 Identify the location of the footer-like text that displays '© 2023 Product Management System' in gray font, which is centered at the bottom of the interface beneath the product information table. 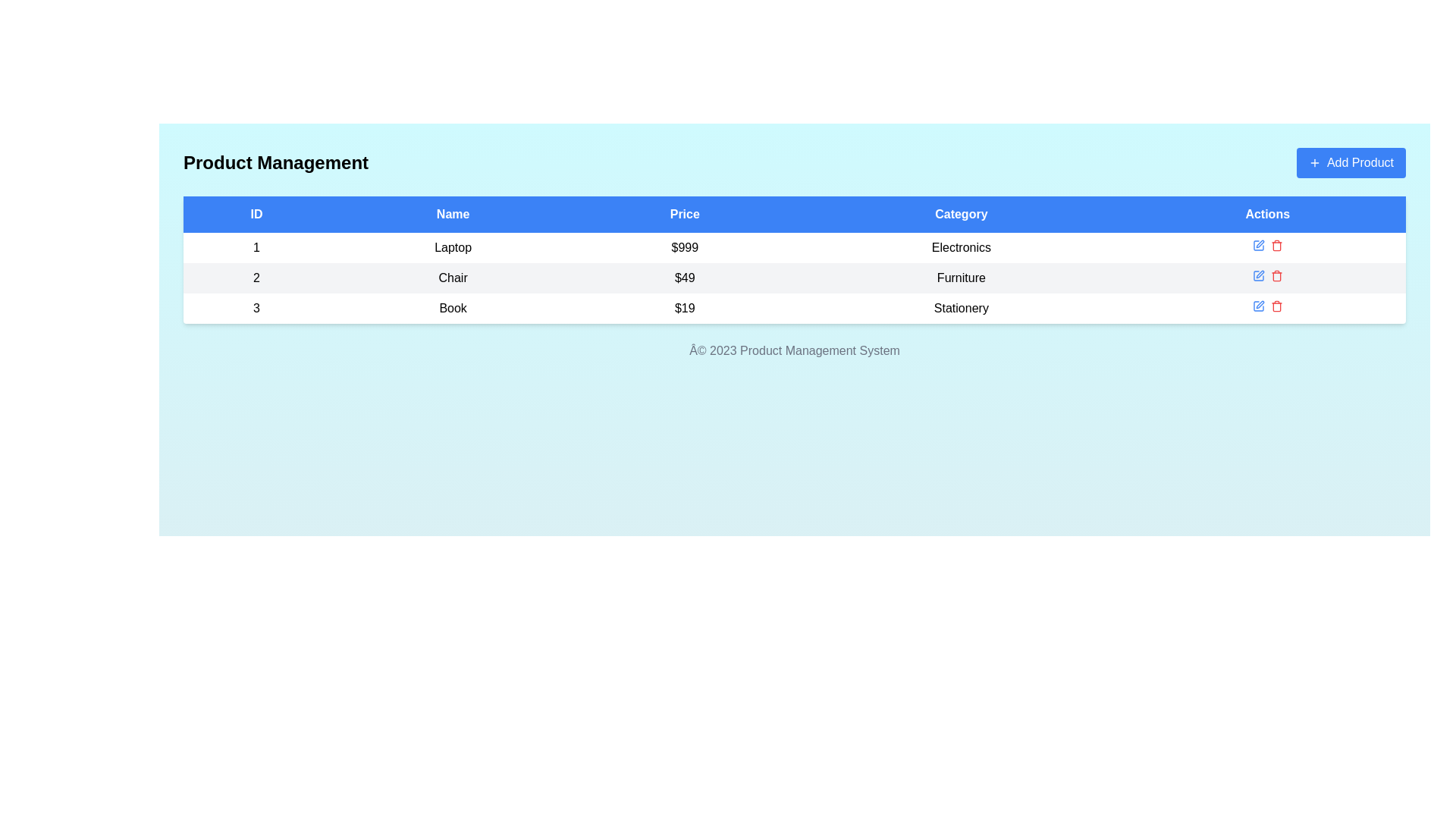
(793, 350).